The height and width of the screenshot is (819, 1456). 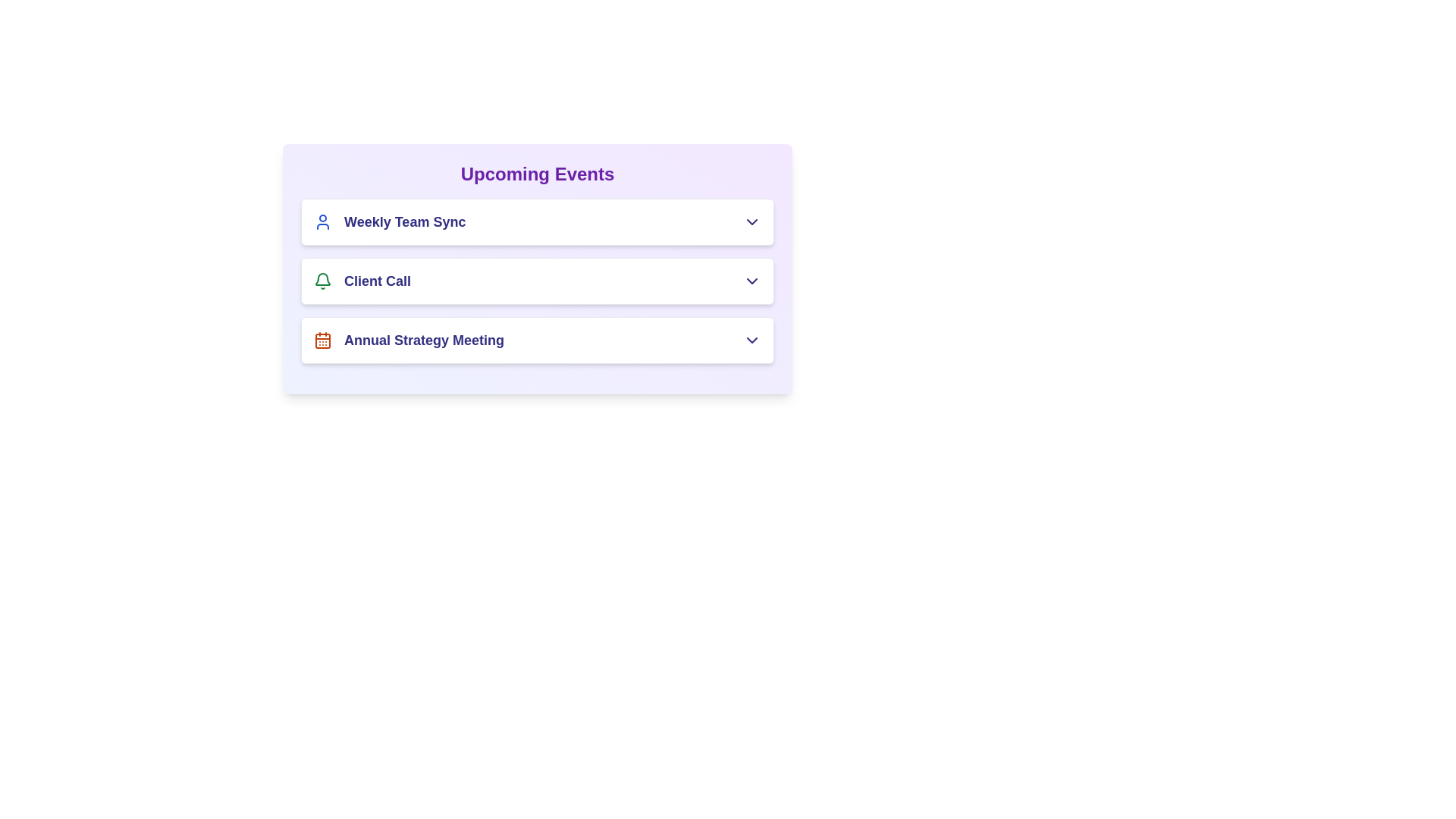 What do you see at coordinates (362, 281) in the screenshot?
I see `the 'Client Call' label with an icon that indicates the event's notification status, which is positioned between the 'Weekly Team Sync' and 'Annual Strategy Meeting' cards` at bounding box center [362, 281].